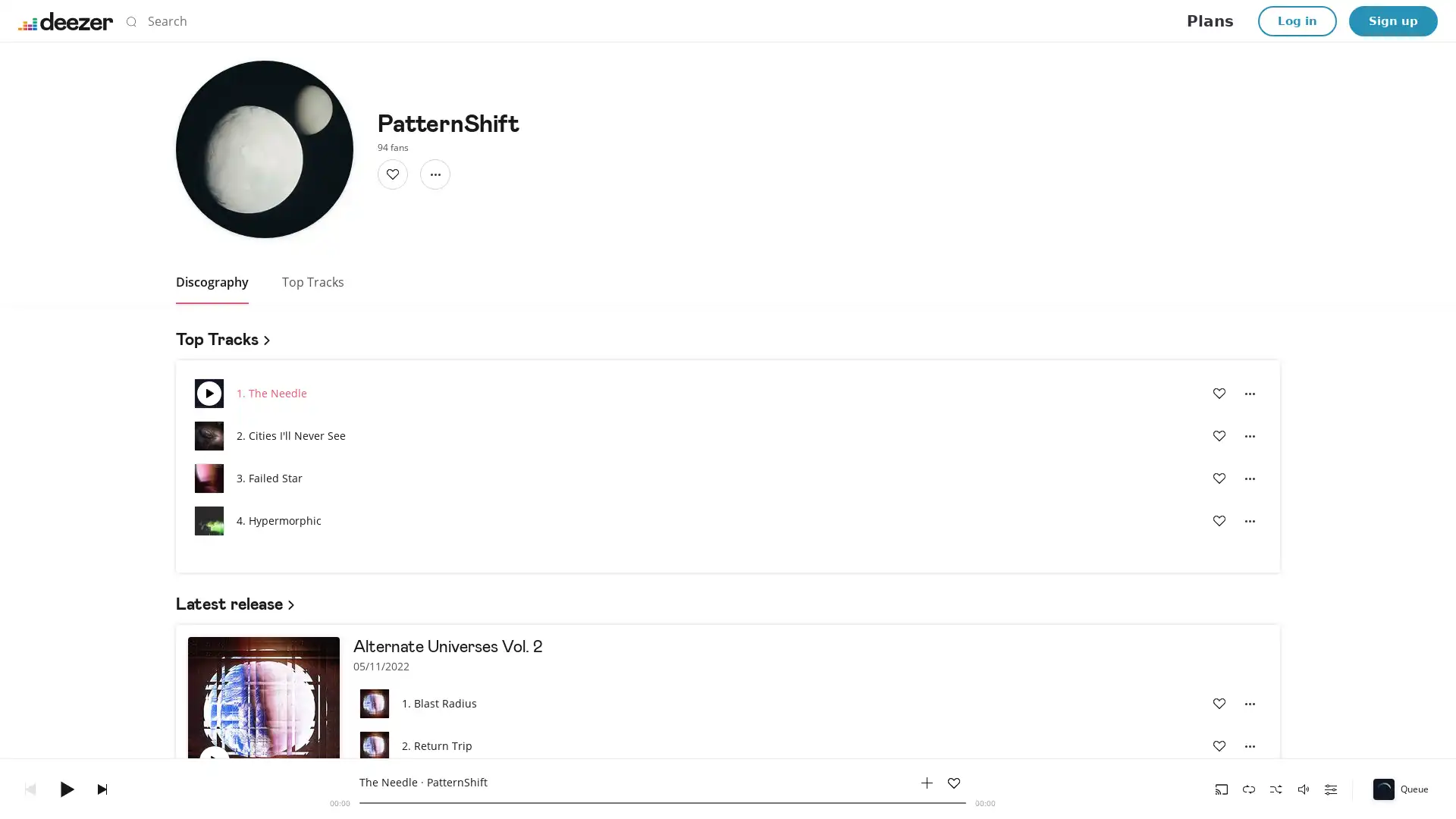 The image size is (1456, 819). I want to click on Add to Favorite tracks, so click(1219, 519).